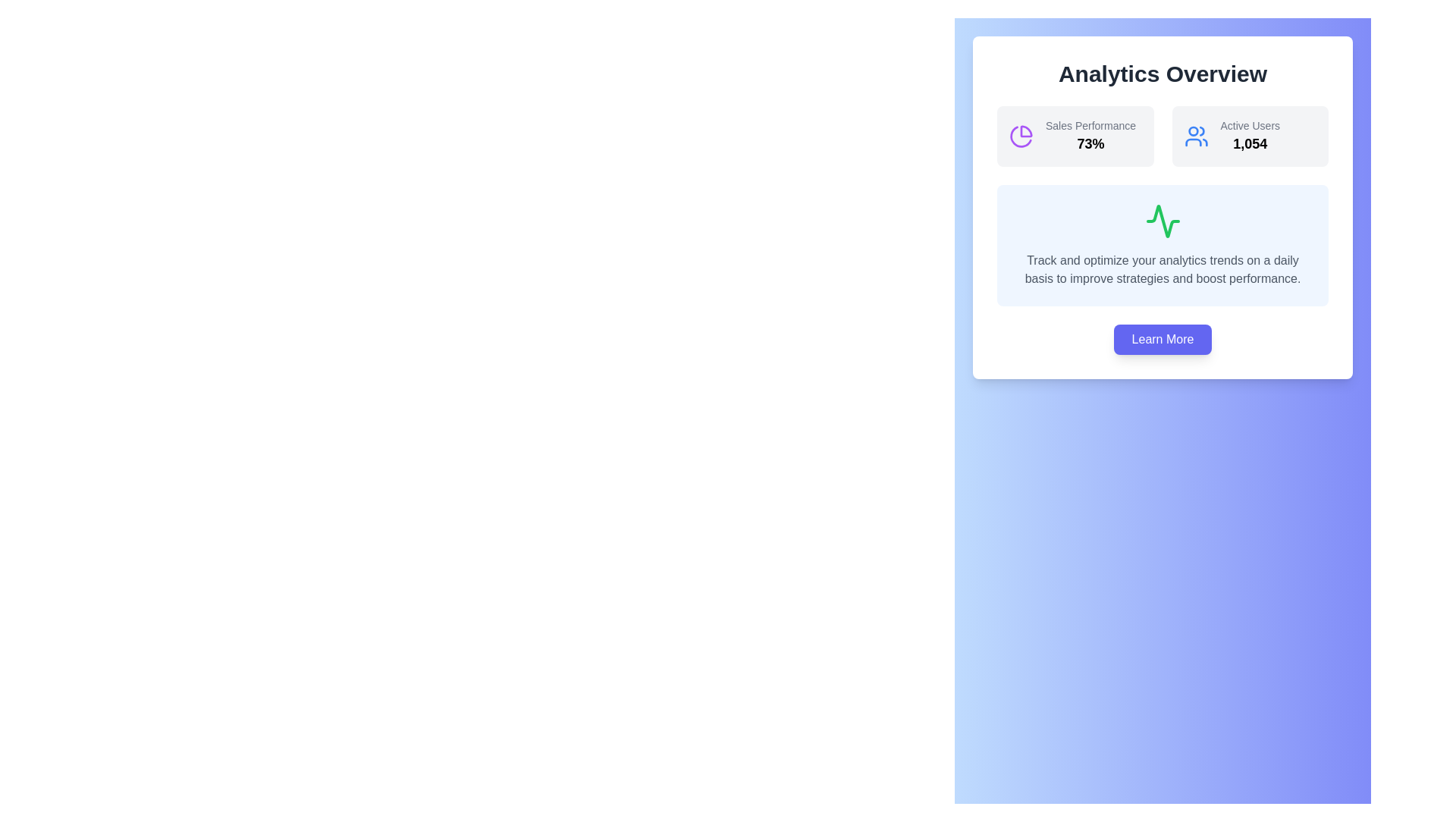  Describe the element at coordinates (1090, 124) in the screenshot. I see `the text label reading 'Sales Performance' styled in gray, located in the top-left section of the dashboard interface, above the percentage value '73%'` at that location.